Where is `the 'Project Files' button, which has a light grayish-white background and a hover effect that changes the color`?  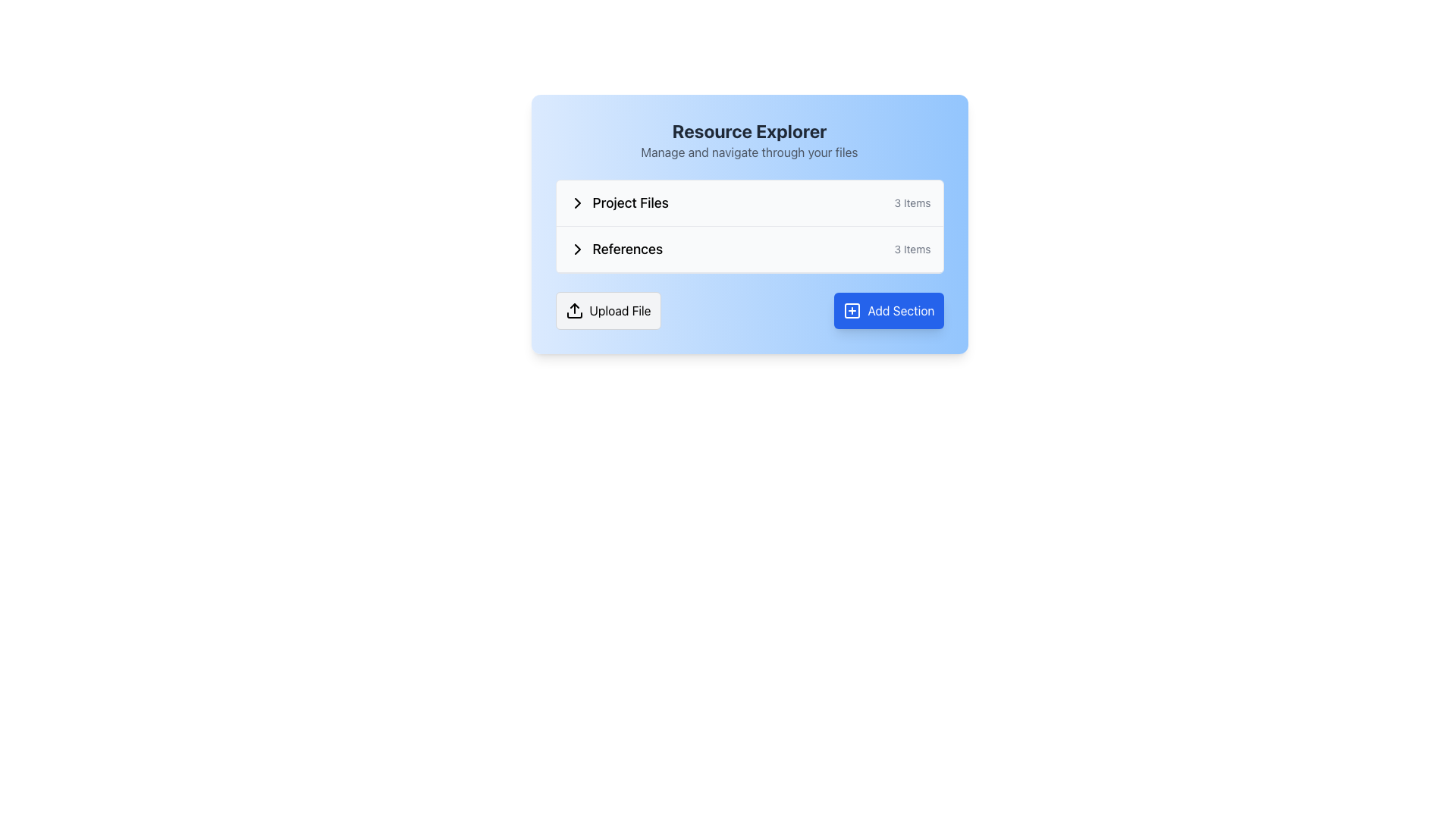 the 'Project Files' button, which has a light grayish-white background and a hover effect that changes the color is located at coordinates (749, 202).